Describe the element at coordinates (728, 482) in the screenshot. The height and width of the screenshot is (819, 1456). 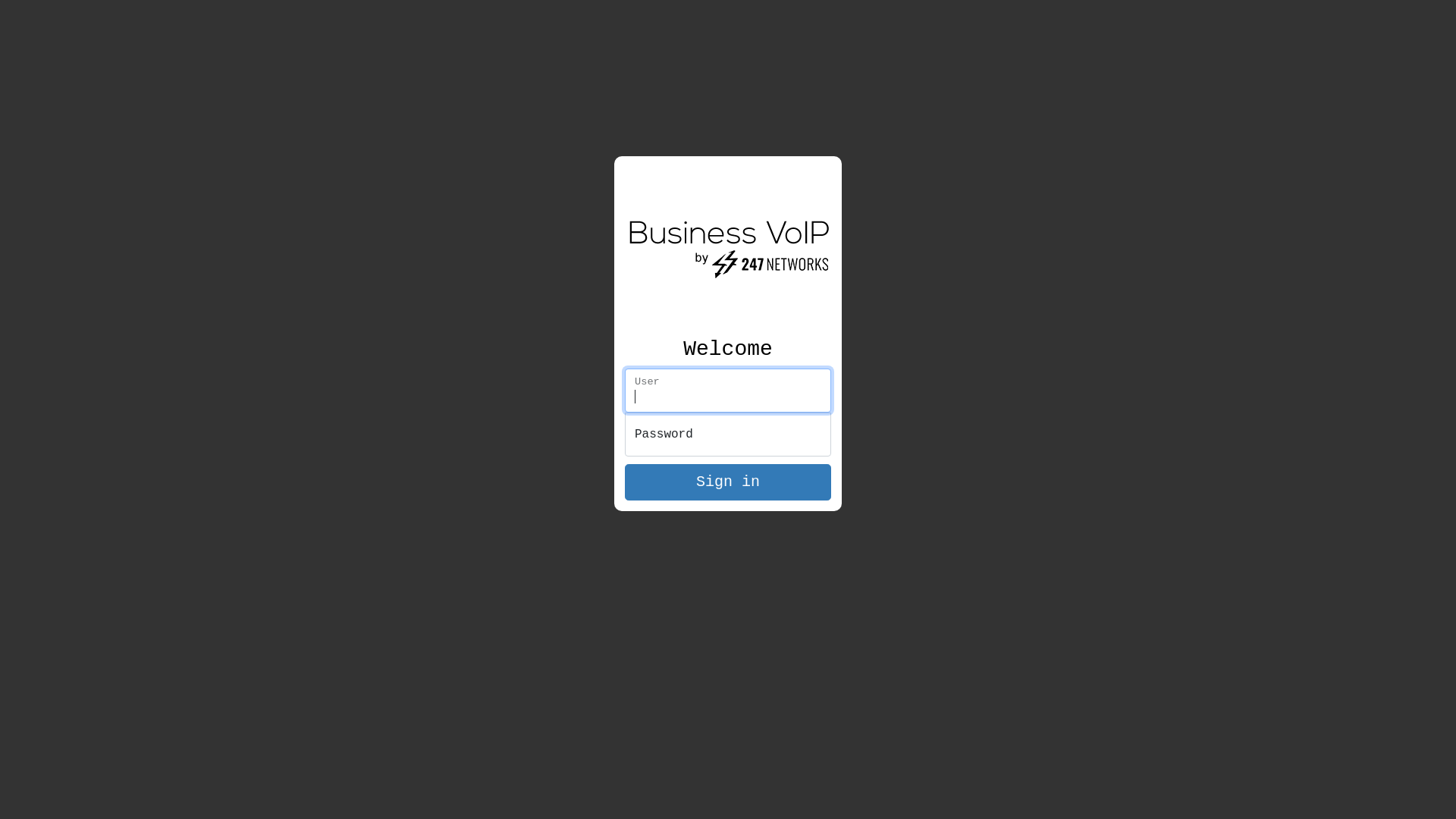
I see `'Sign in'` at that location.